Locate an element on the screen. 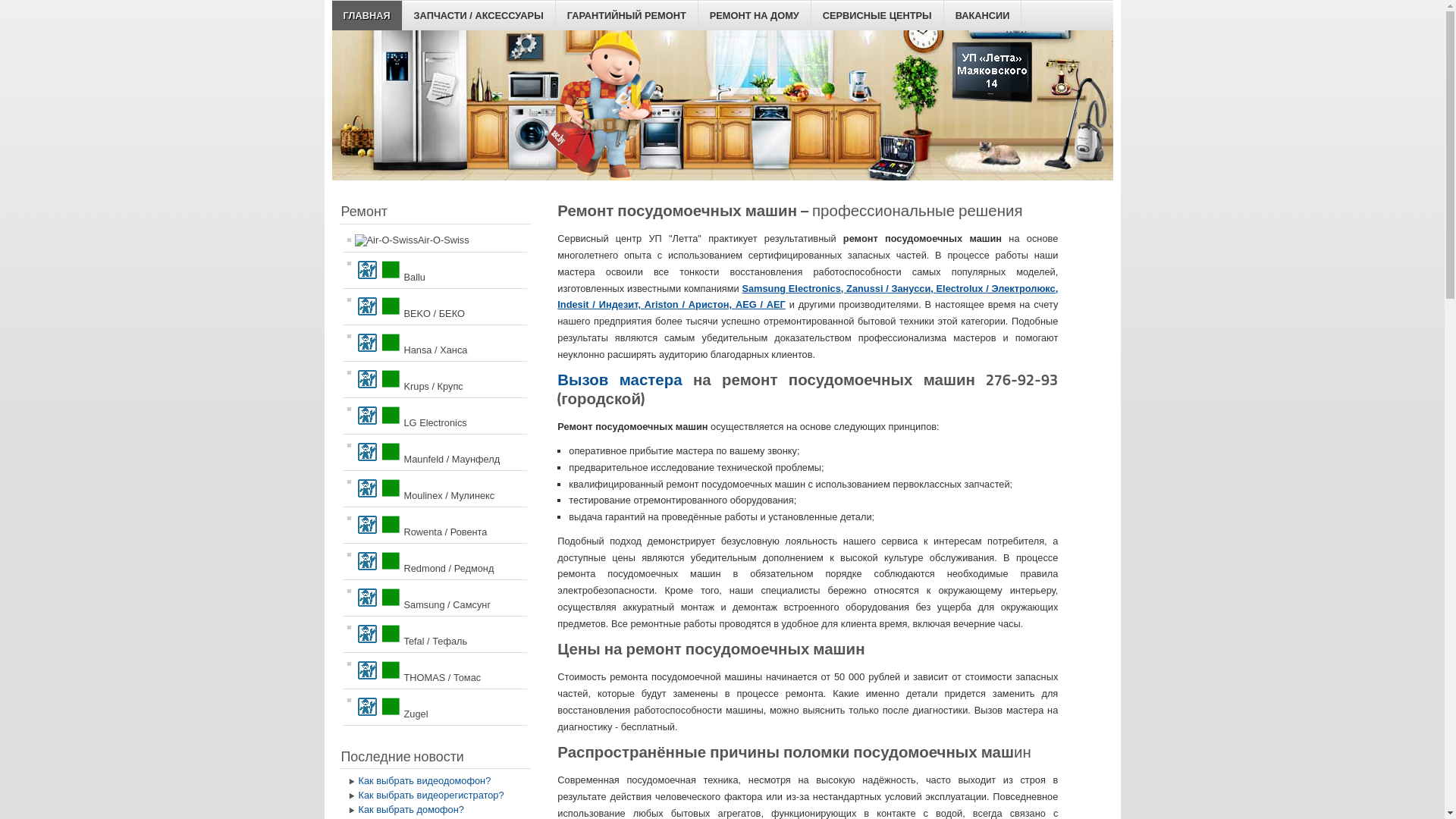 Image resolution: width=1456 pixels, height=819 pixels. 'Ballu' is located at coordinates (434, 269).